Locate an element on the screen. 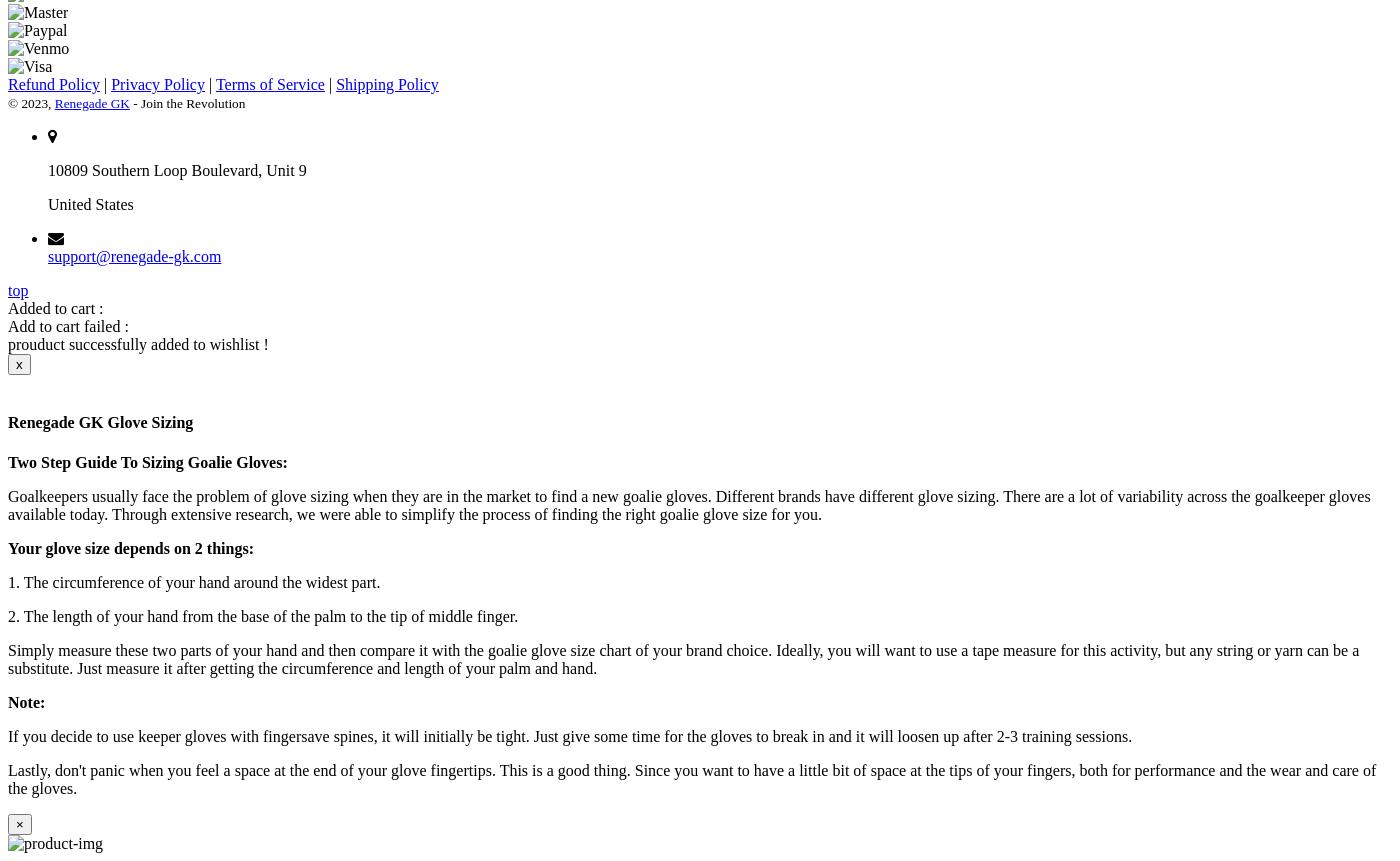 This screenshot has height=861, width=1400. '- Join the Revolution' is located at coordinates (128, 102).